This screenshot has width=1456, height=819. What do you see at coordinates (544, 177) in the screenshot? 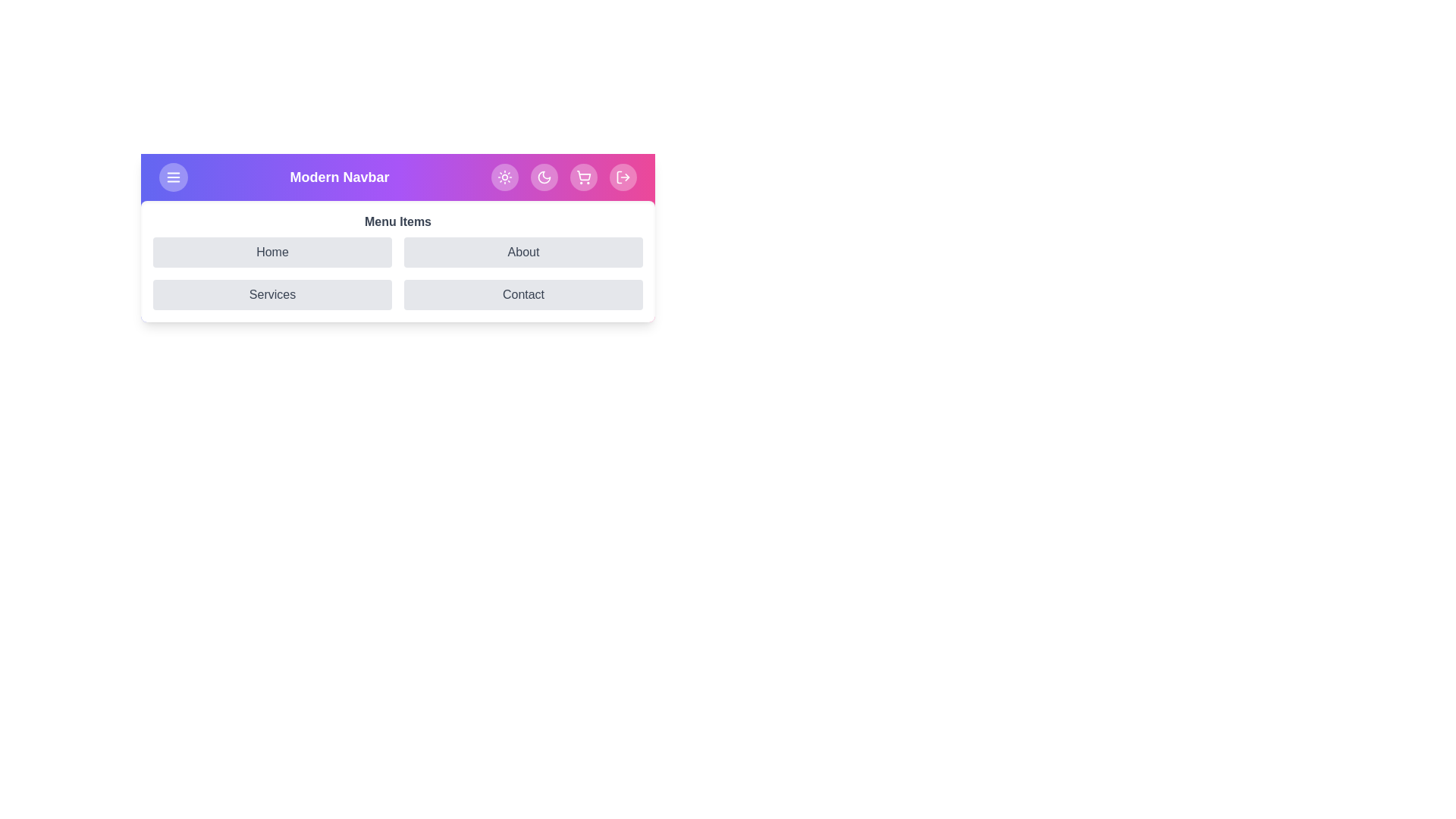
I see `the 'Moon' icon button` at bounding box center [544, 177].